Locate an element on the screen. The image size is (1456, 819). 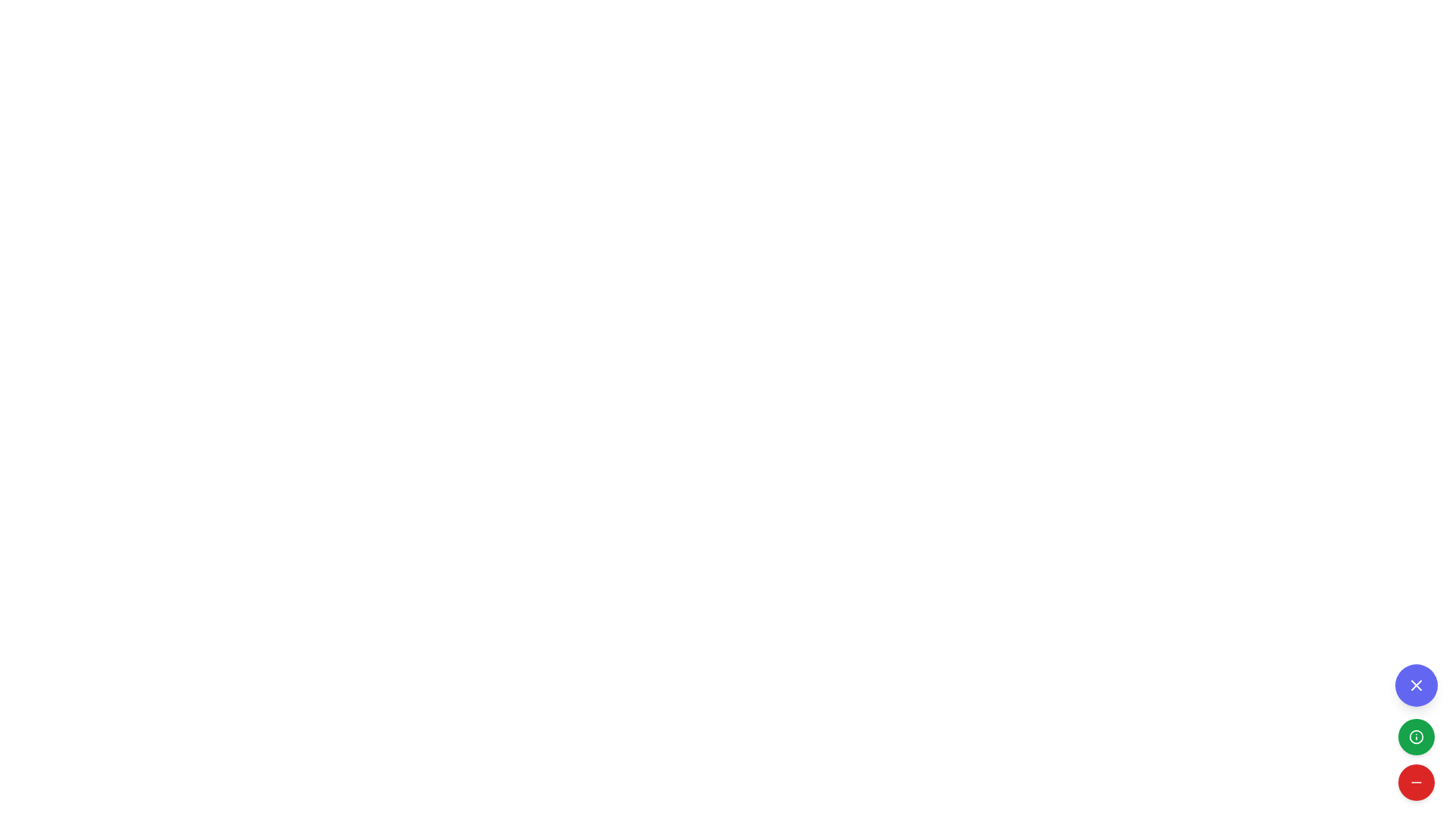
the circular button with a purple background and a white 'X' icon located at the bottom-right corner of the interface is located at coordinates (1415, 685).